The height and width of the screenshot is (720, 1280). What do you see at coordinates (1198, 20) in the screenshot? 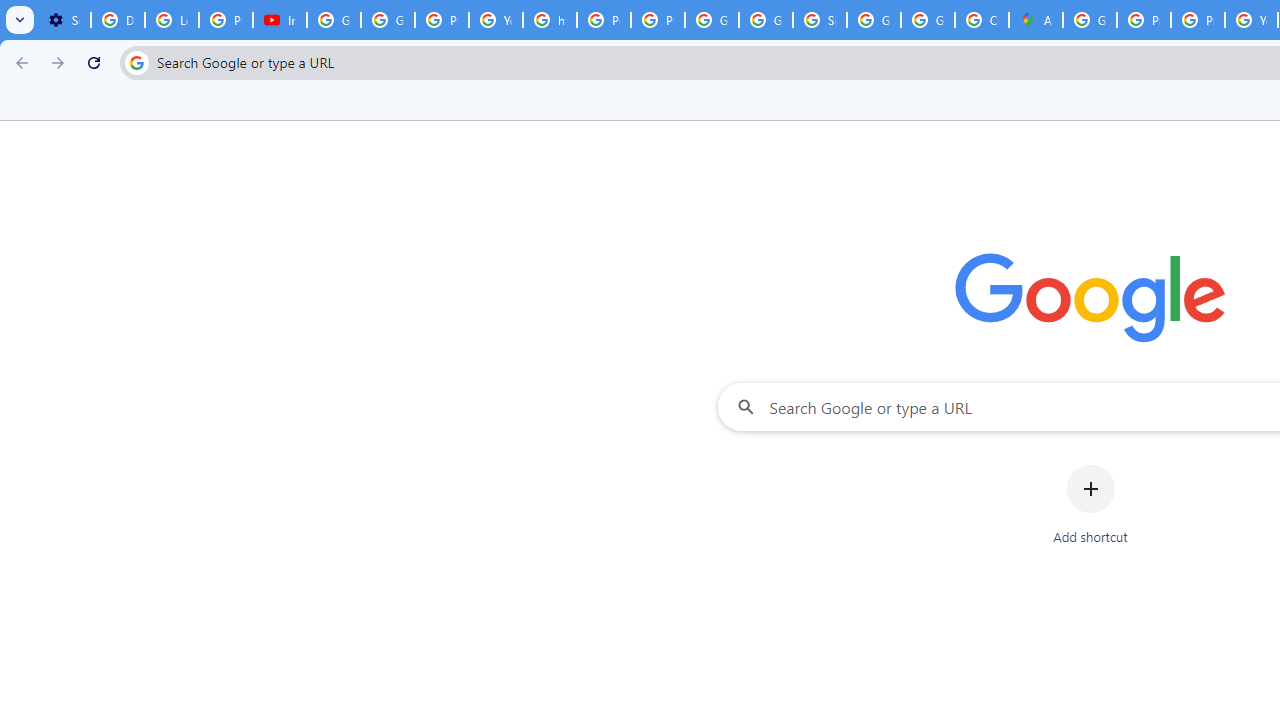
I see `'Privacy Help Center - Policies Help'` at bounding box center [1198, 20].